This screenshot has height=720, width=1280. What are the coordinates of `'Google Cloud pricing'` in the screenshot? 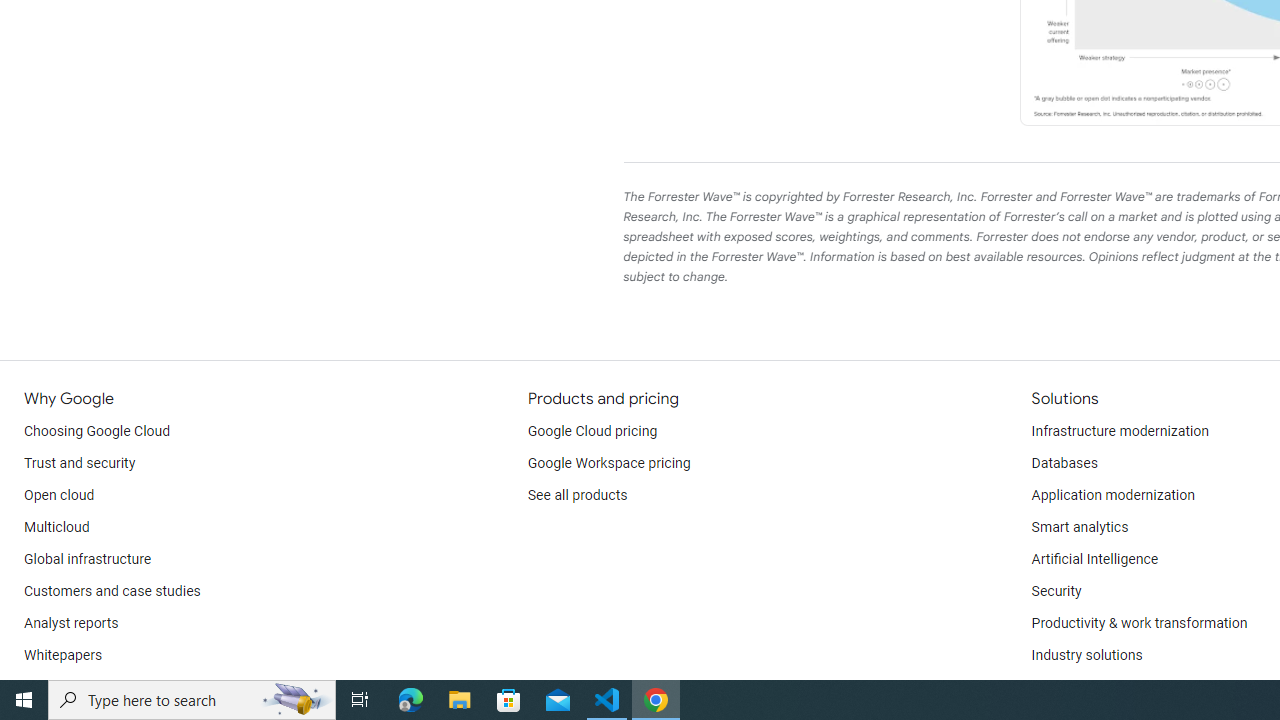 It's located at (591, 431).